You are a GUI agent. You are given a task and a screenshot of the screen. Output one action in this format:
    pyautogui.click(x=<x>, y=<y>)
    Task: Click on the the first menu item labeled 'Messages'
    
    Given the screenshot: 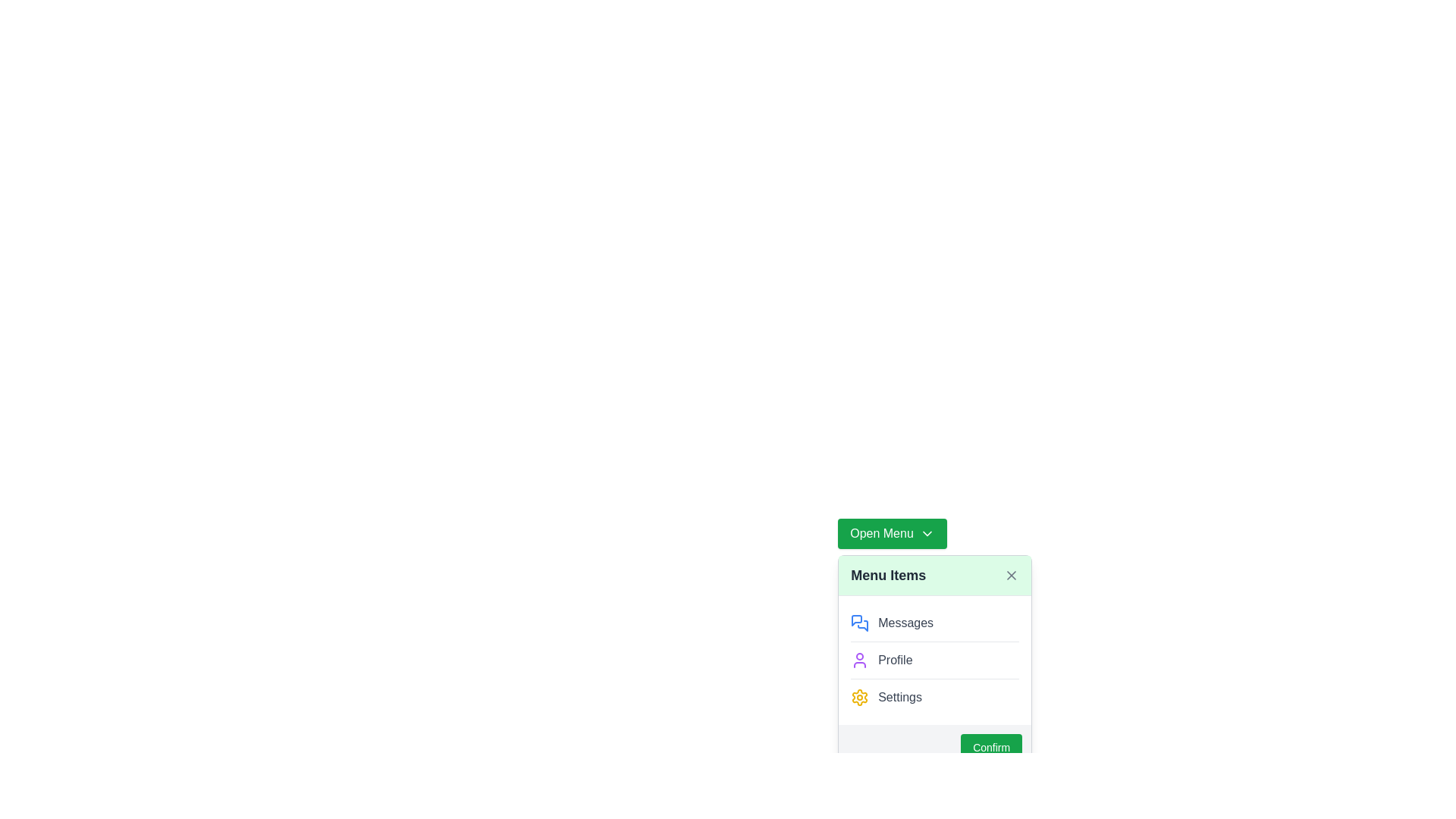 What is the action you would take?
    pyautogui.click(x=934, y=623)
    